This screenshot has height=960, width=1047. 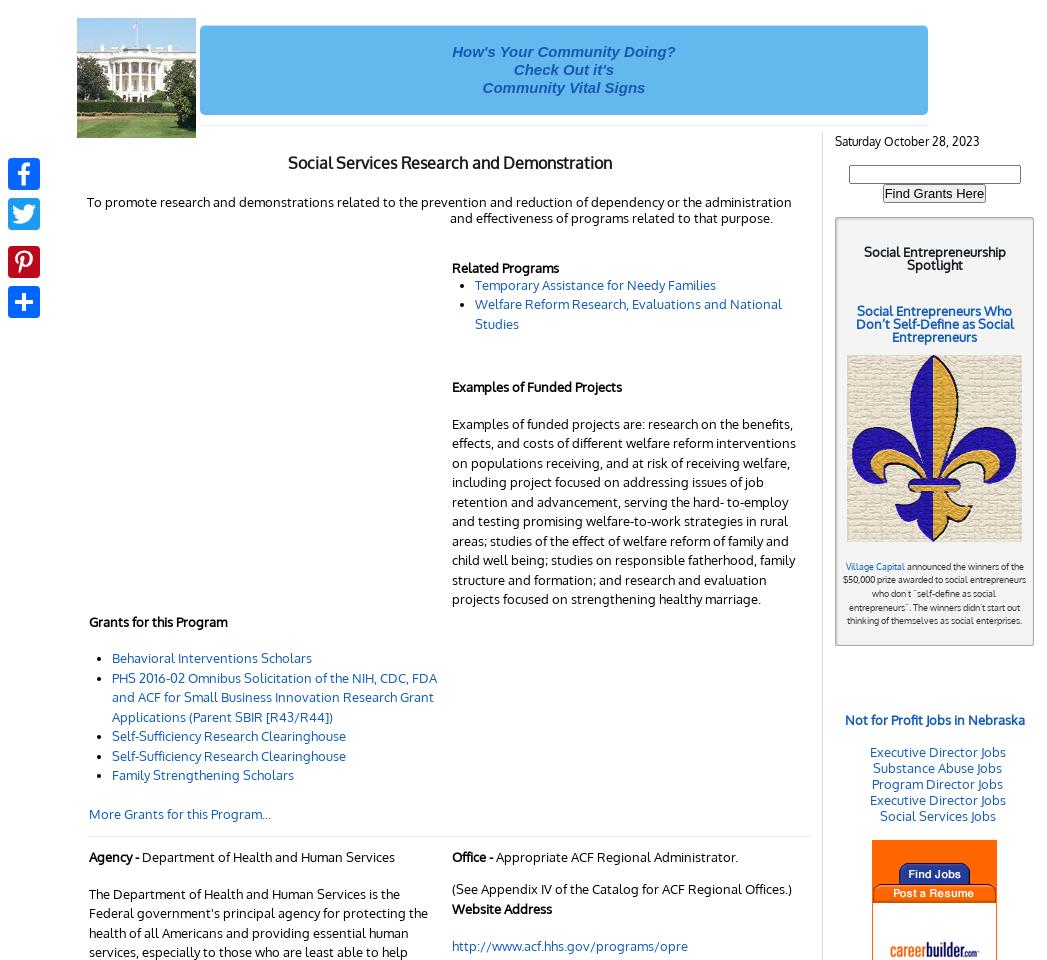 I want to click on 'http://www.acf.hhs.gov/programs/opre', so click(x=569, y=945).